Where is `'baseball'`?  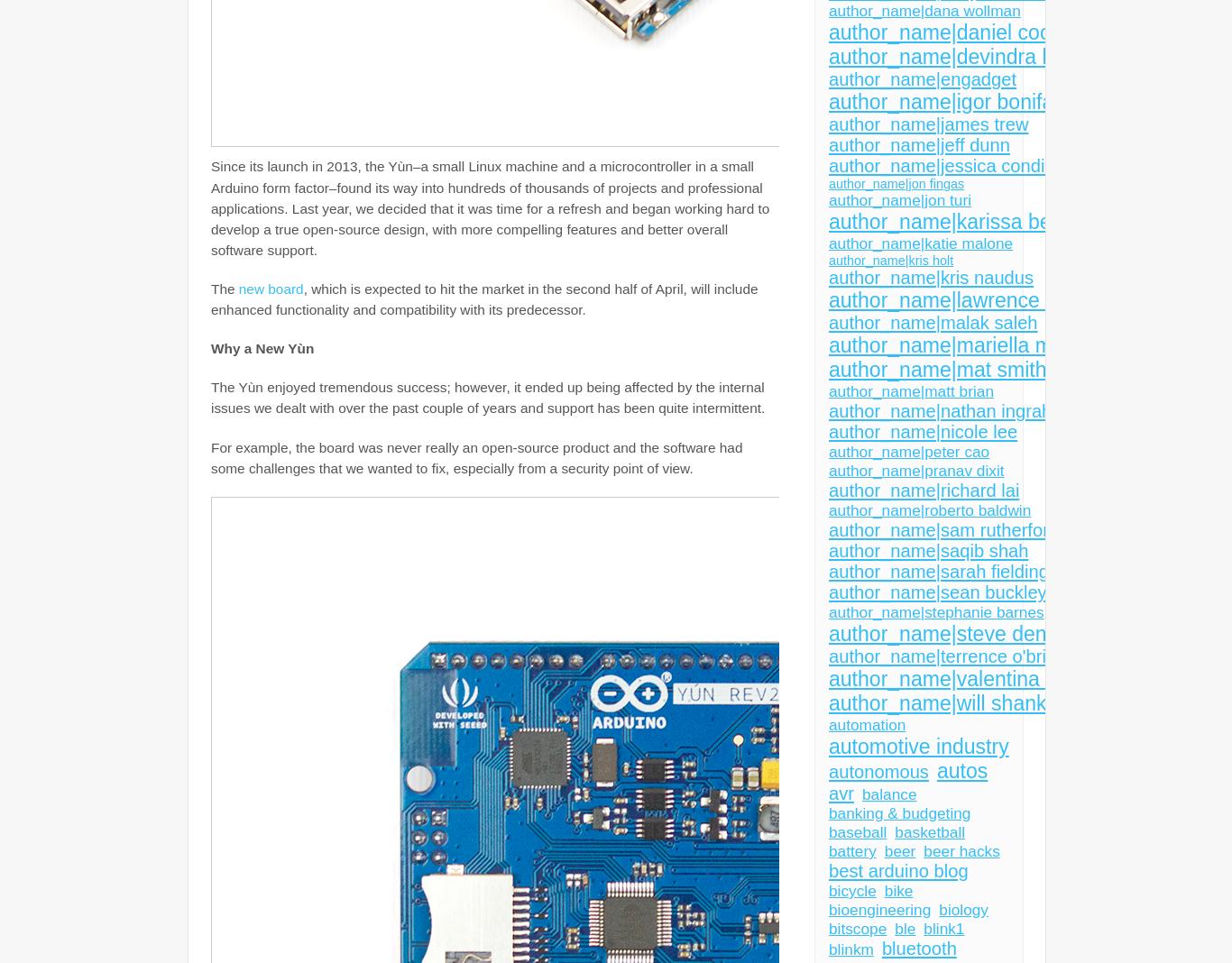
'baseball' is located at coordinates (858, 830).